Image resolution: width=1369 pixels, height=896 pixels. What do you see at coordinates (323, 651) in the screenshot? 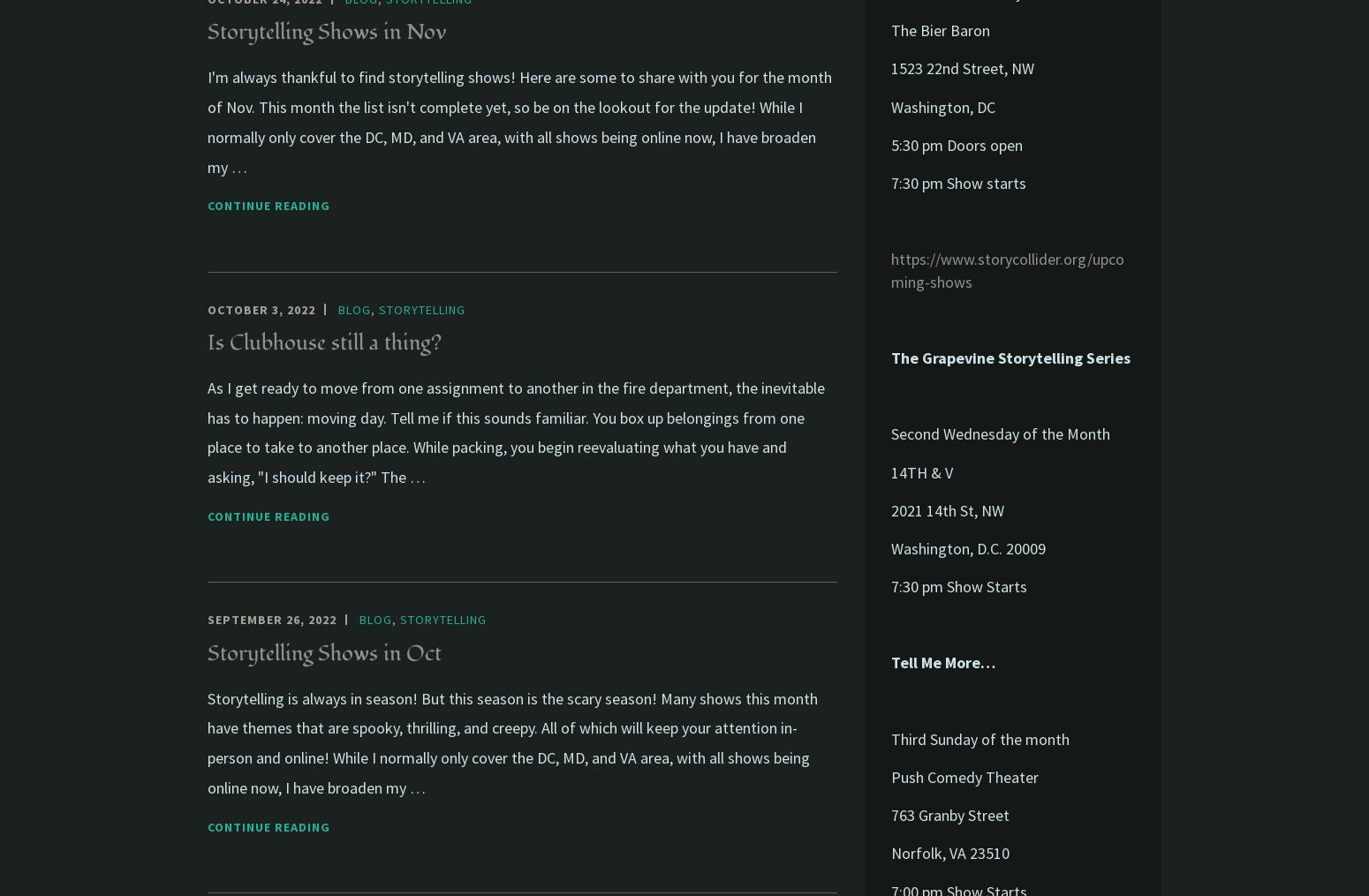
I see `'Storytelling Shows in Oct'` at bounding box center [323, 651].